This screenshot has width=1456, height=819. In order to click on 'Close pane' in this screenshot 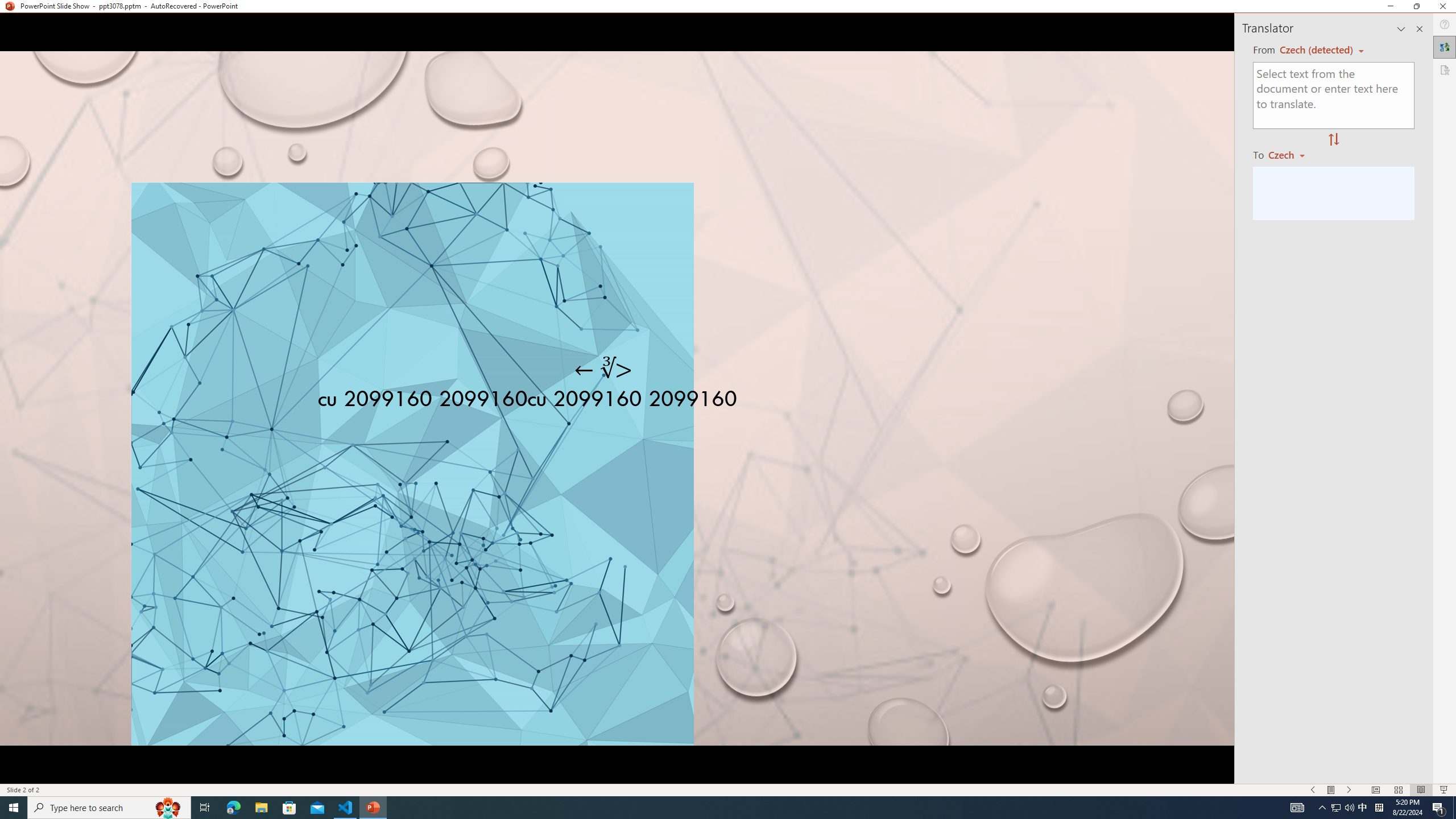, I will do `click(1419, 28)`.